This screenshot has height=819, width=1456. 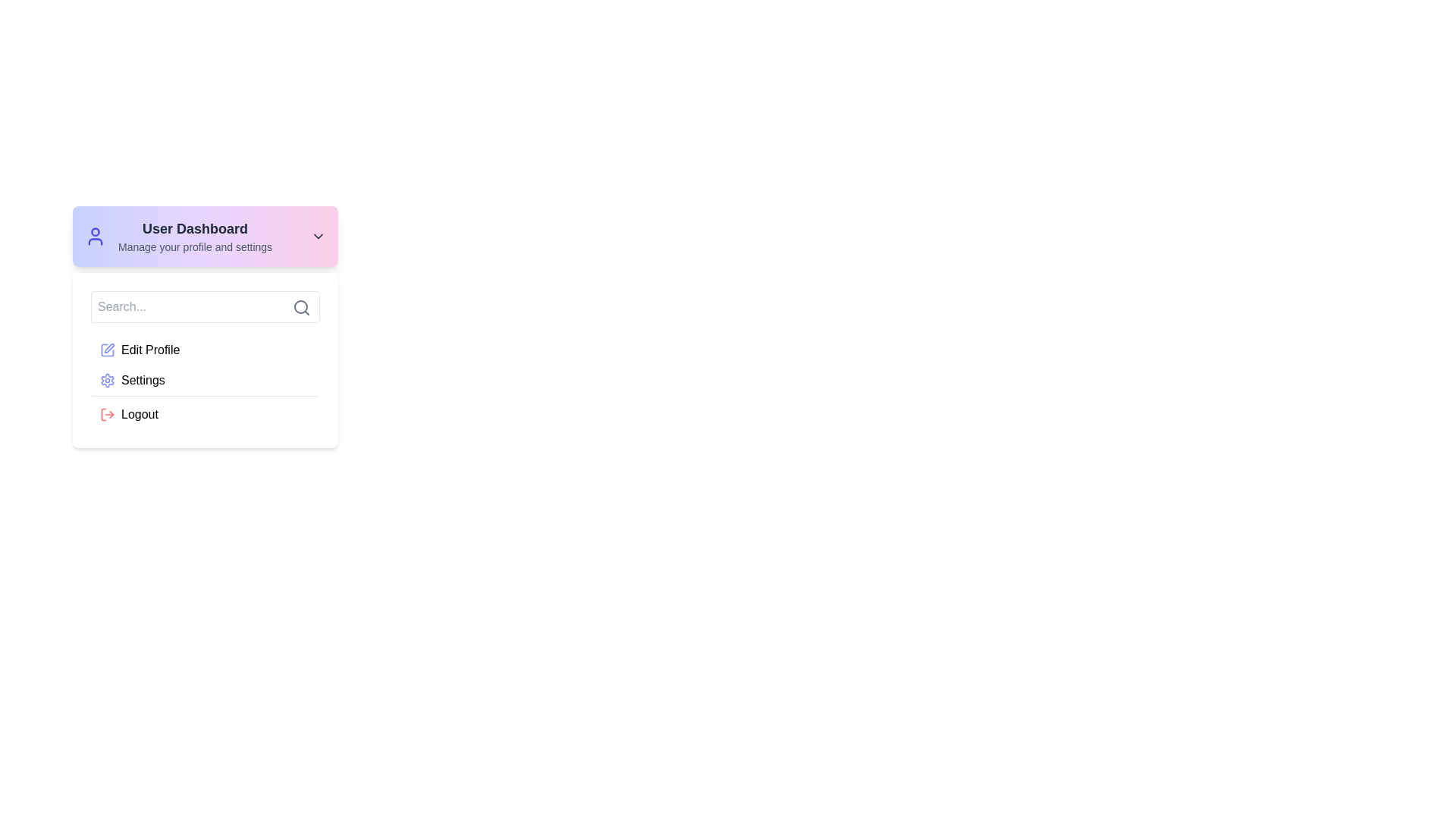 I want to click on the 'Settings' button element in the User Dashboard, so click(x=204, y=379).